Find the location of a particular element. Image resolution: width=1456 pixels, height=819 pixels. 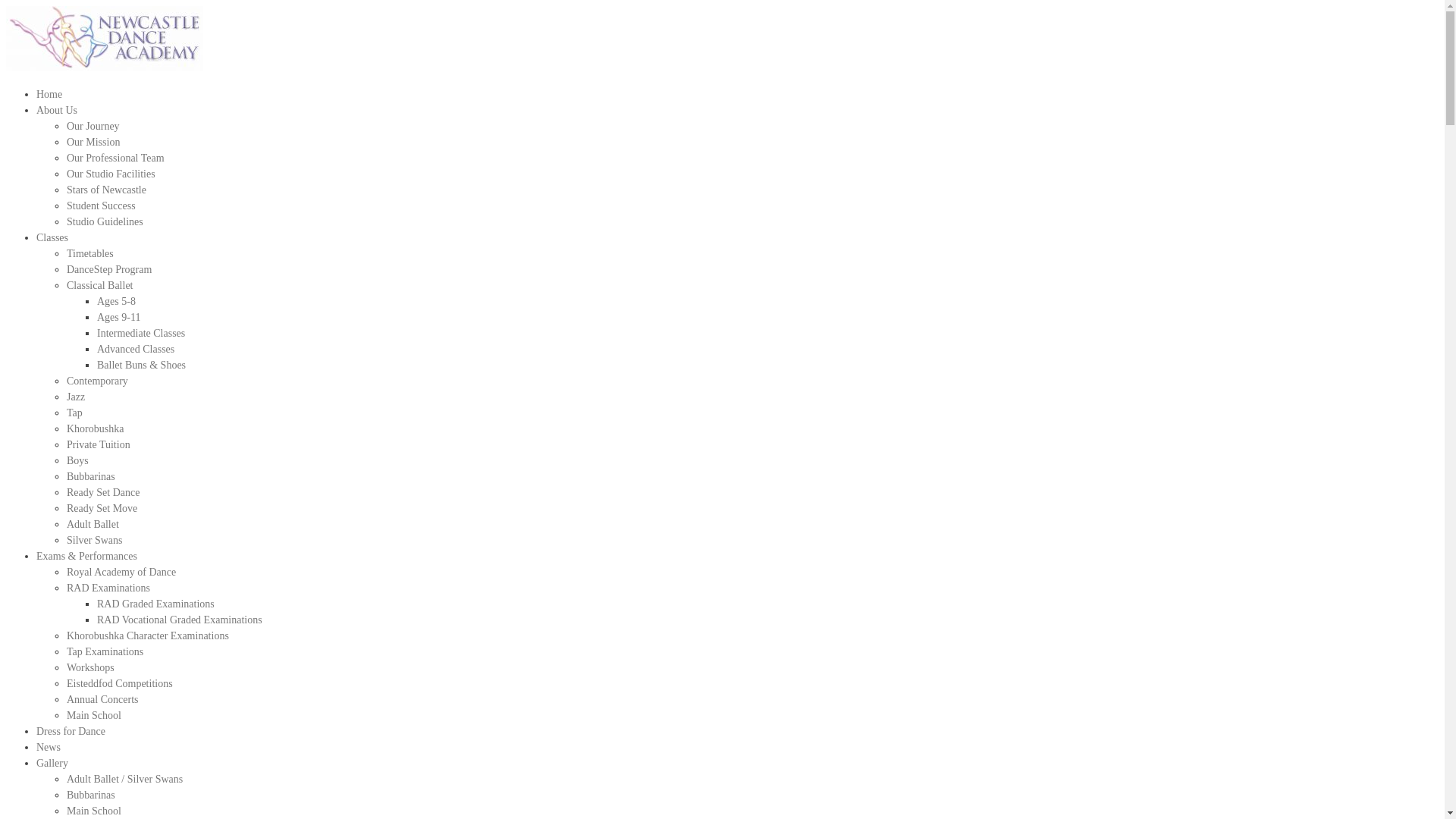

'NDA-Logo (2)' is located at coordinates (6, 37).